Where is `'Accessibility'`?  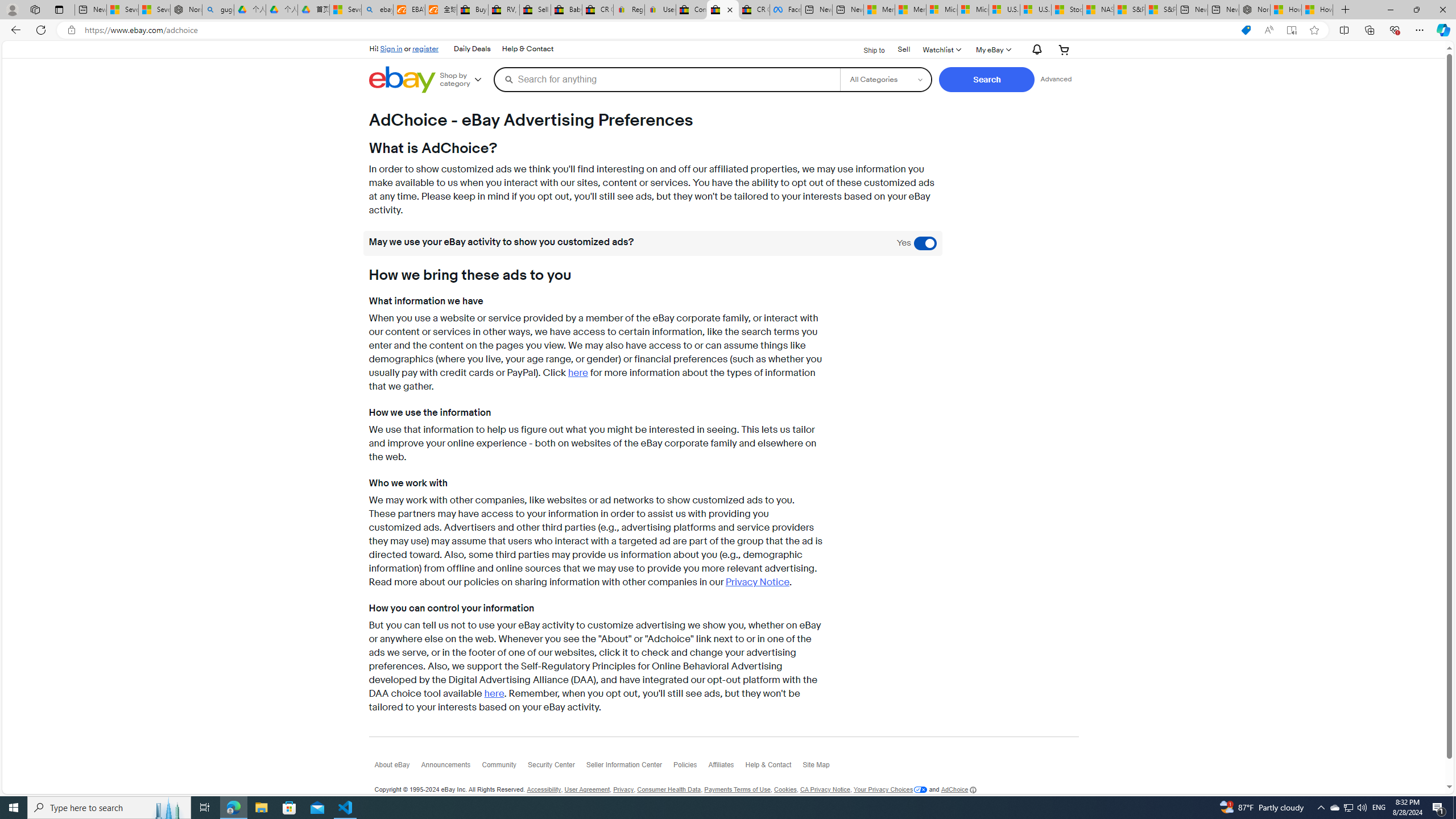
'Accessibility' is located at coordinates (544, 789).